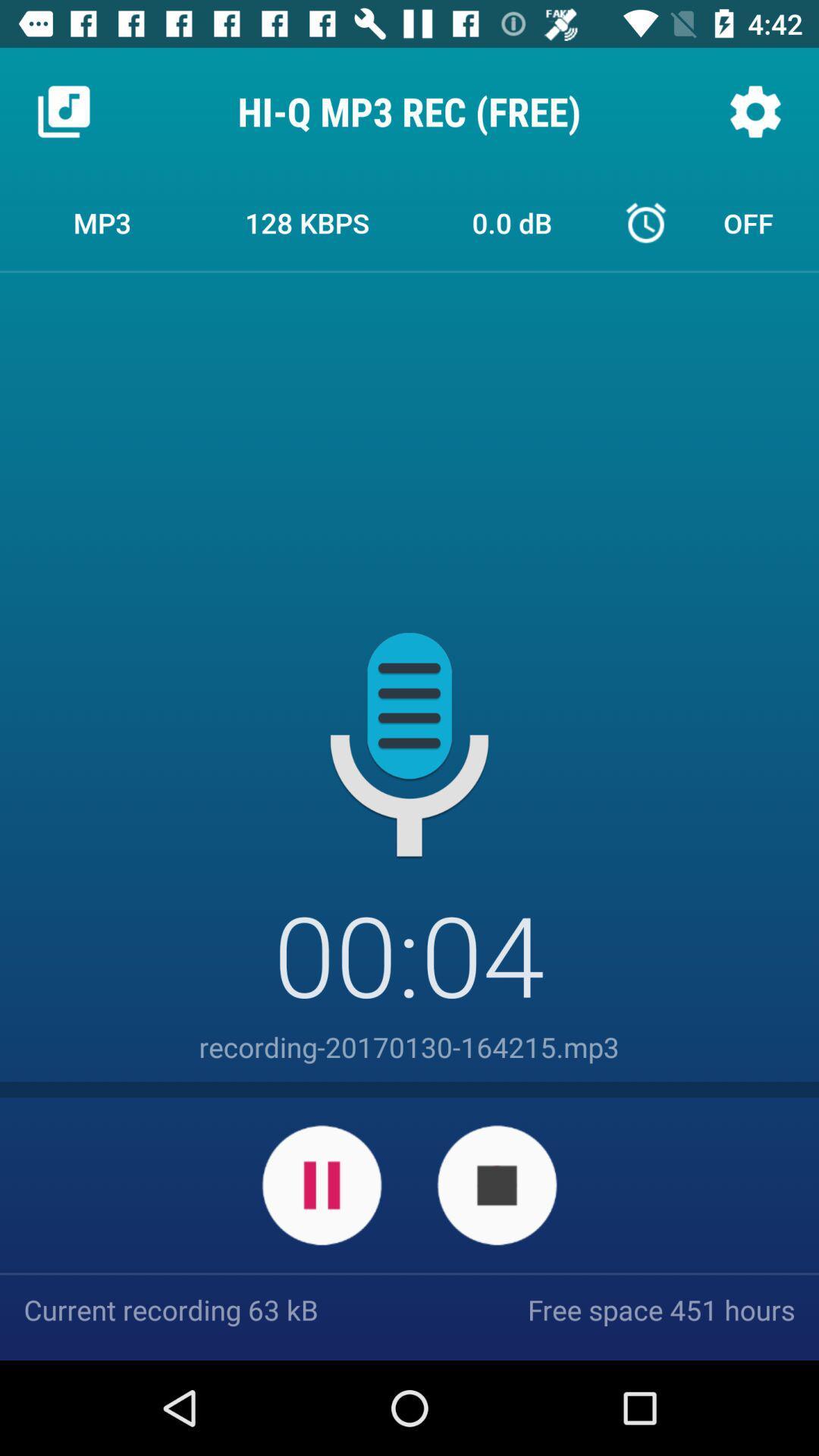 The width and height of the screenshot is (819, 1456). I want to click on item to the right of 128 kbps item, so click(512, 221).